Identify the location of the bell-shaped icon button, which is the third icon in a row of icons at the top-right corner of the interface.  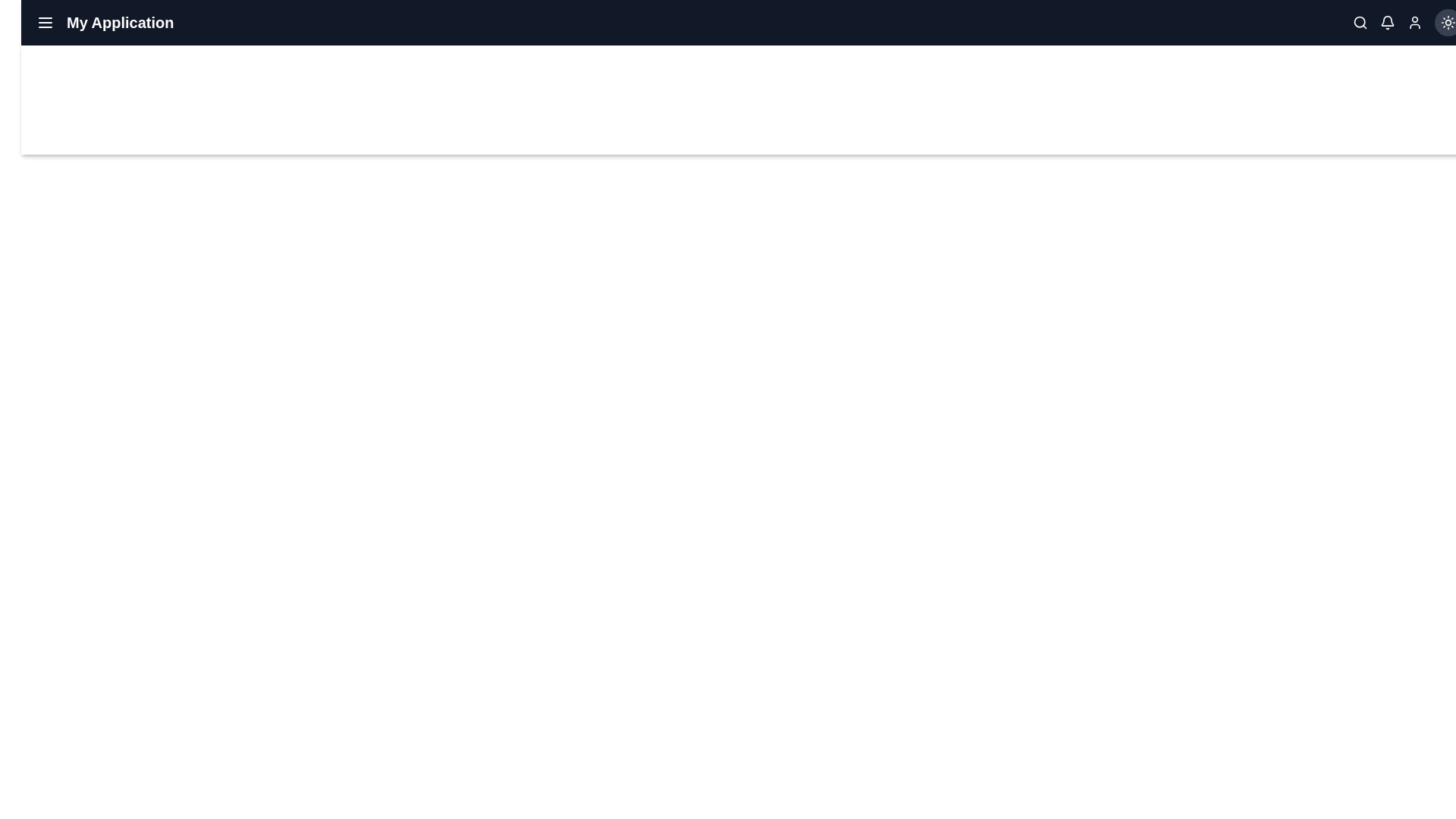
(1387, 23).